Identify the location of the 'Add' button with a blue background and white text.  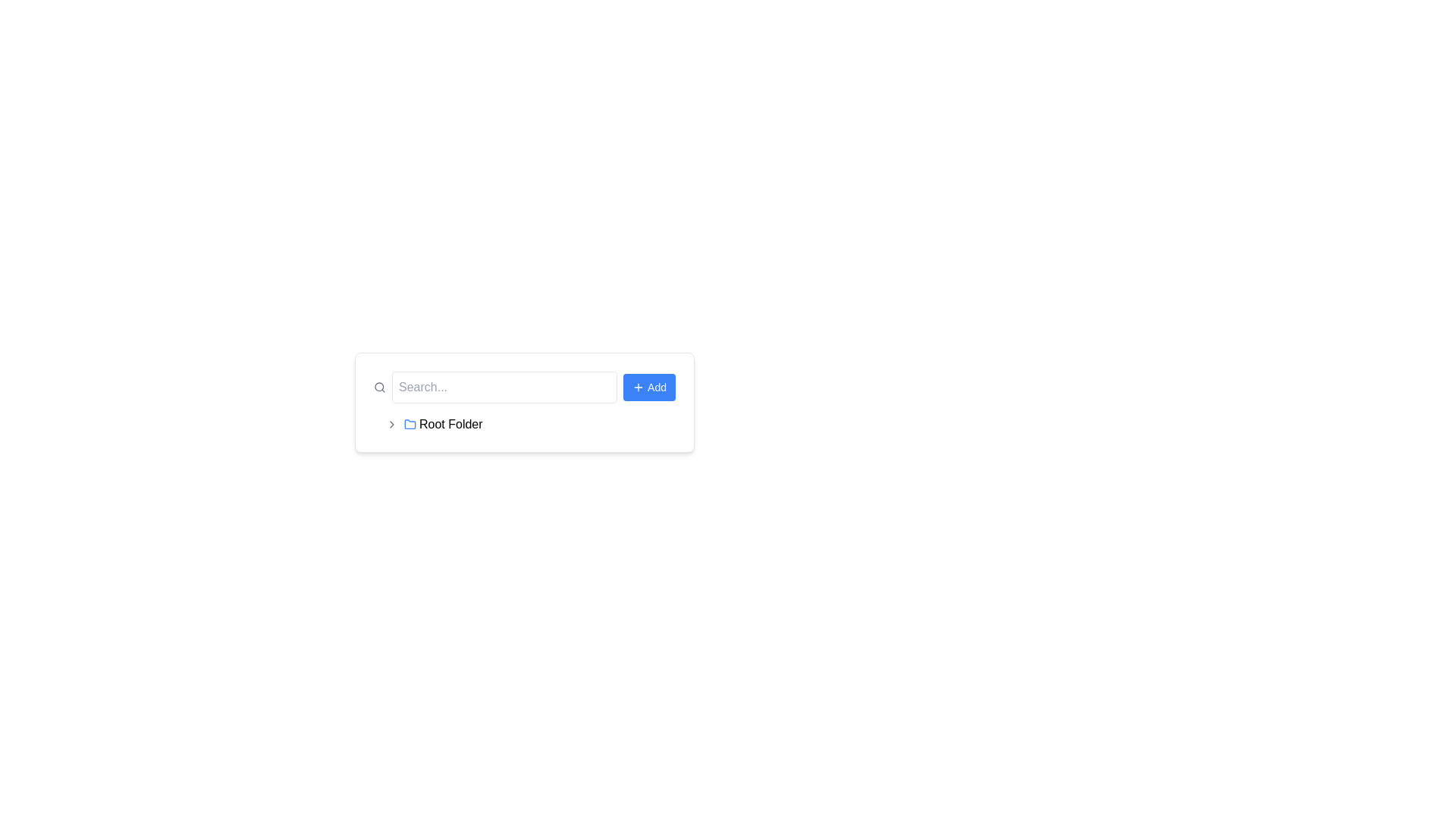
(649, 386).